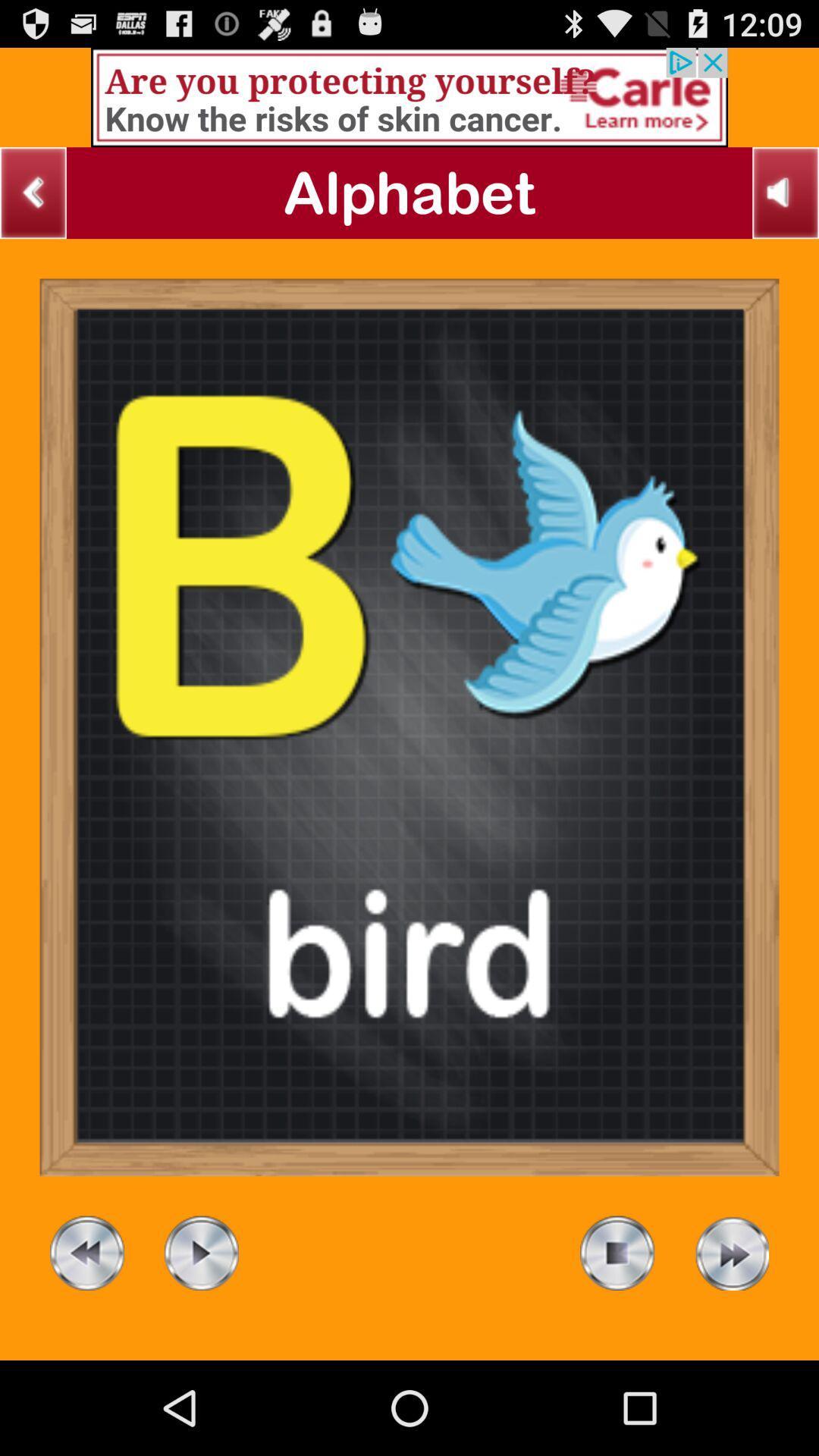  What do you see at coordinates (730, 1341) in the screenshot?
I see `the av_forward icon` at bounding box center [730, 1341].